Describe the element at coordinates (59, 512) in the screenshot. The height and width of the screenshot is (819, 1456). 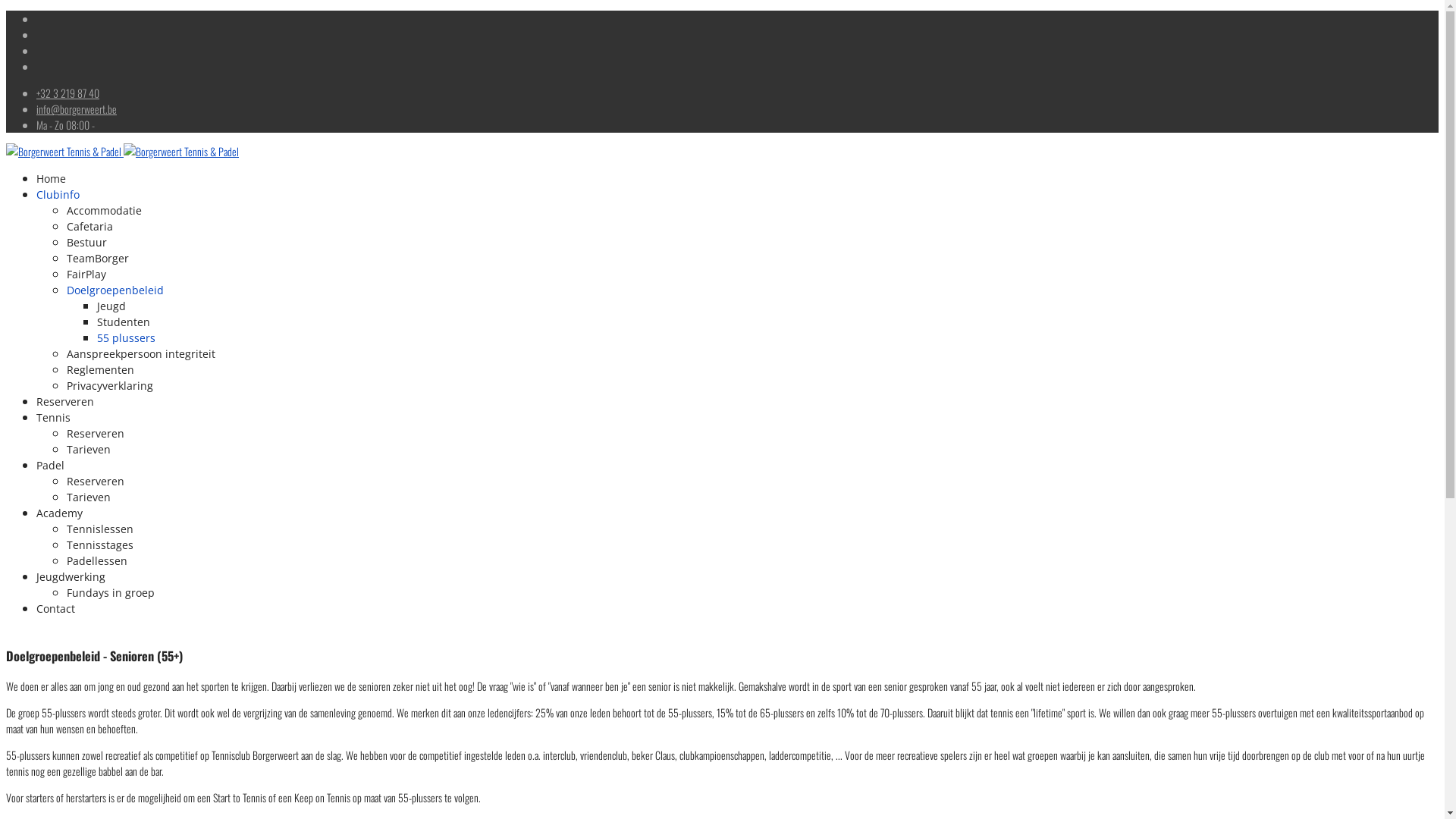
I see `'Academy'` at that location.